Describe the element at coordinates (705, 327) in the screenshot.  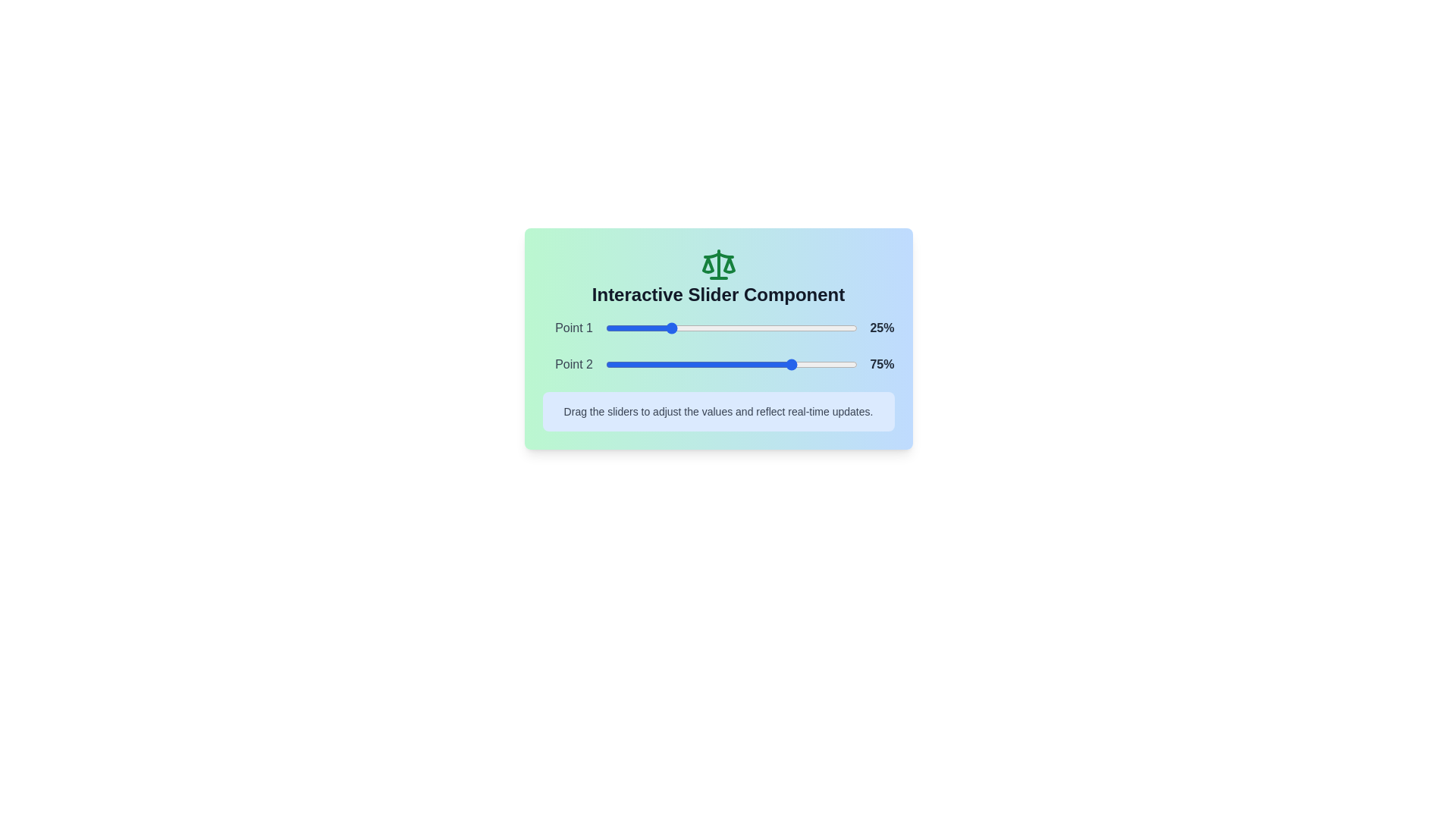
I see `the slider handle to set the value to 40% for slider 1` at that location.